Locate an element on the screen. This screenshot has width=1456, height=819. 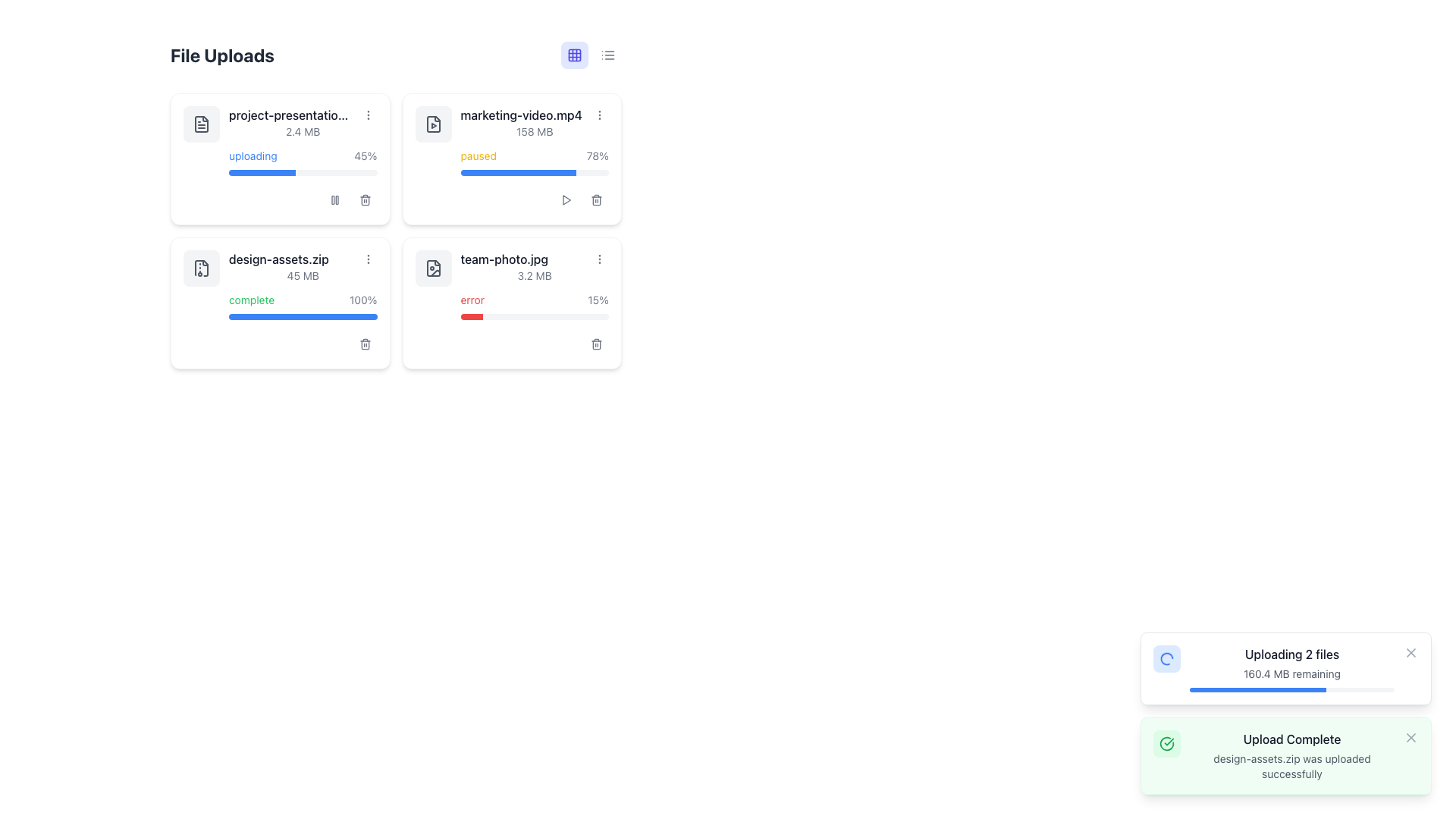
the close icon located in the top-right corner of the status notification panel is located at coordinates (1410, 651).